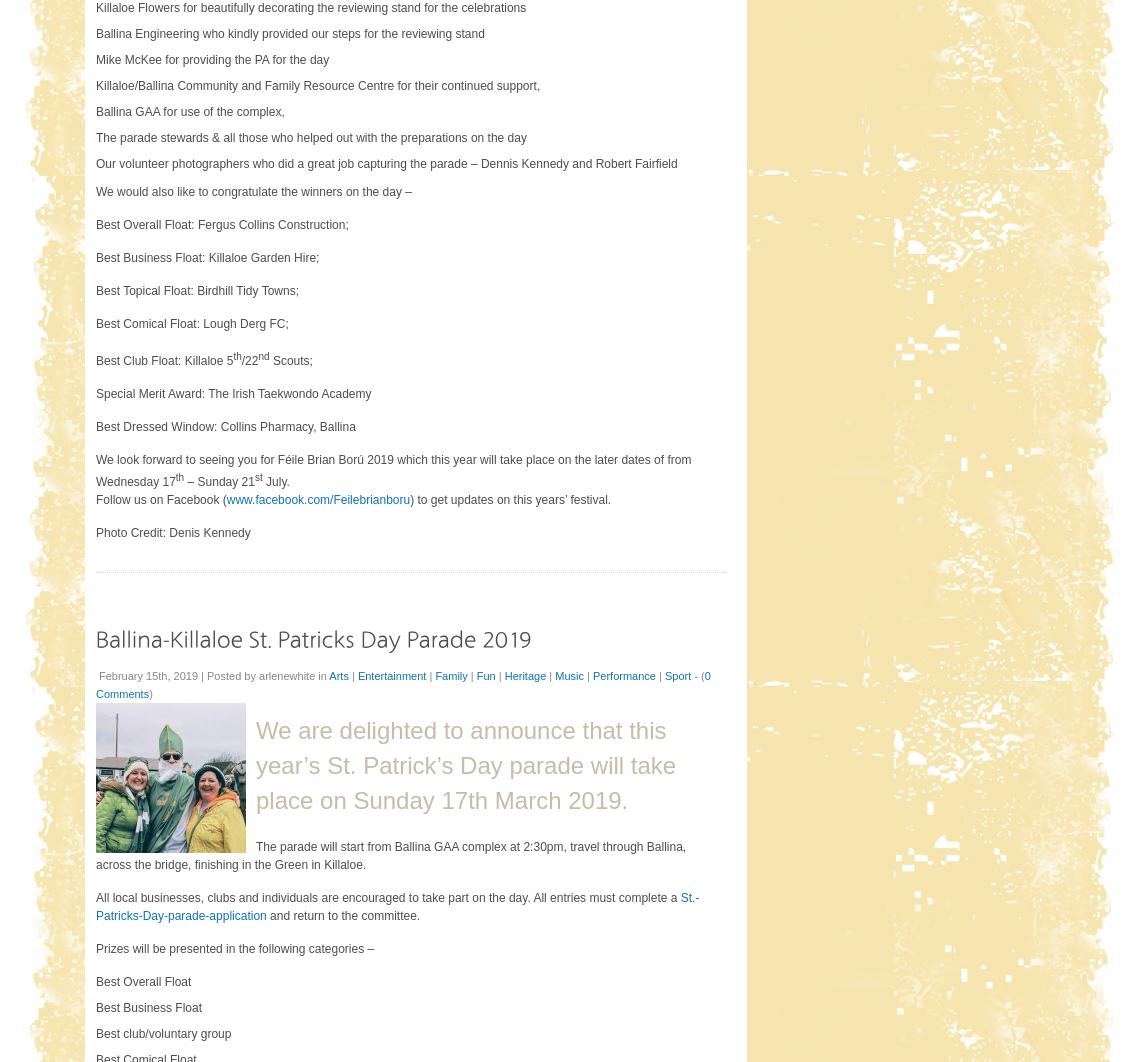  Describe the element at coordinates (94, 684) in the screenshot. I see `'0 Comments'` at that location.